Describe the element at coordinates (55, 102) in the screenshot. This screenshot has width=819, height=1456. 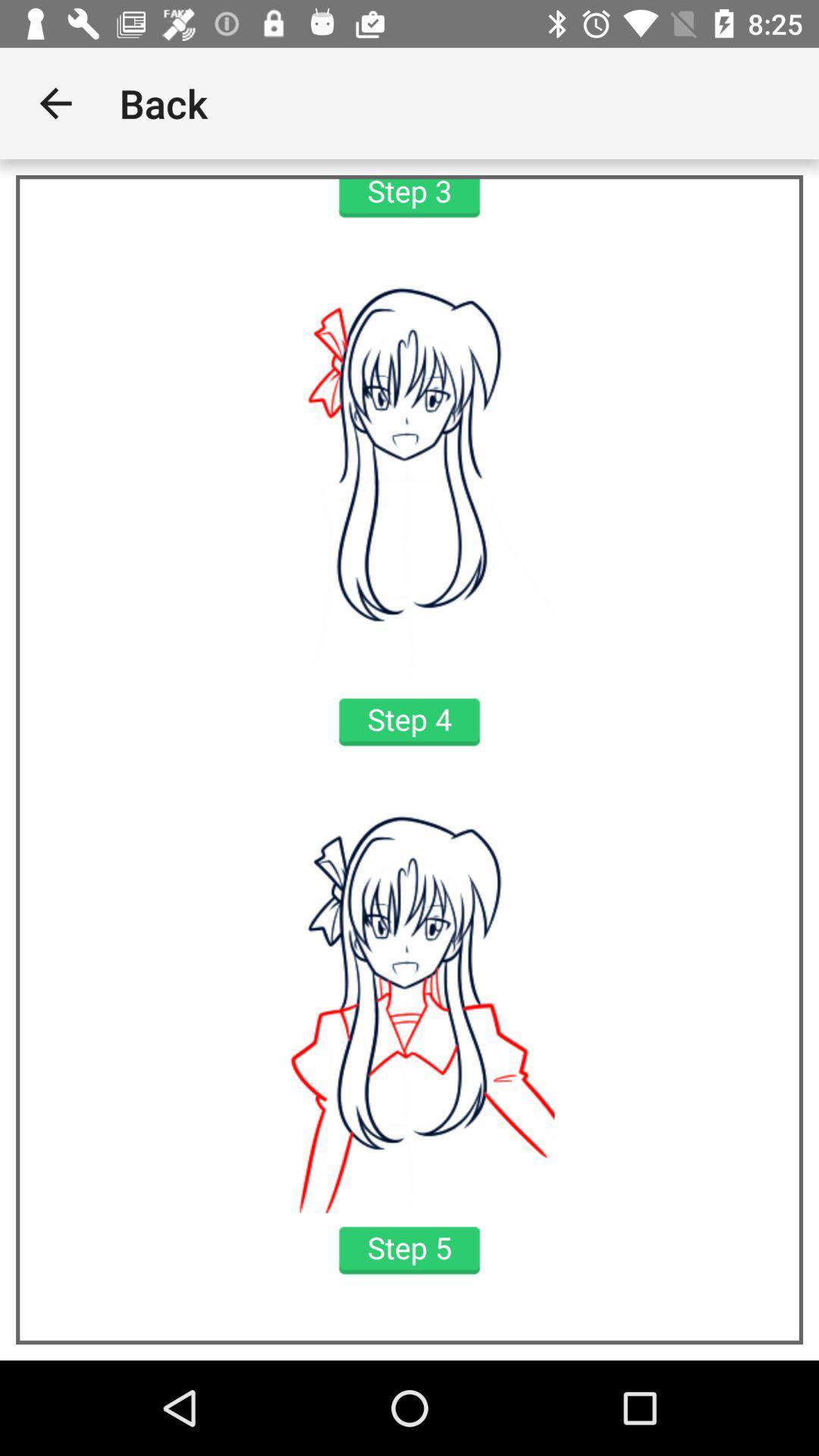
I see `icon to the left of back item` at that location.